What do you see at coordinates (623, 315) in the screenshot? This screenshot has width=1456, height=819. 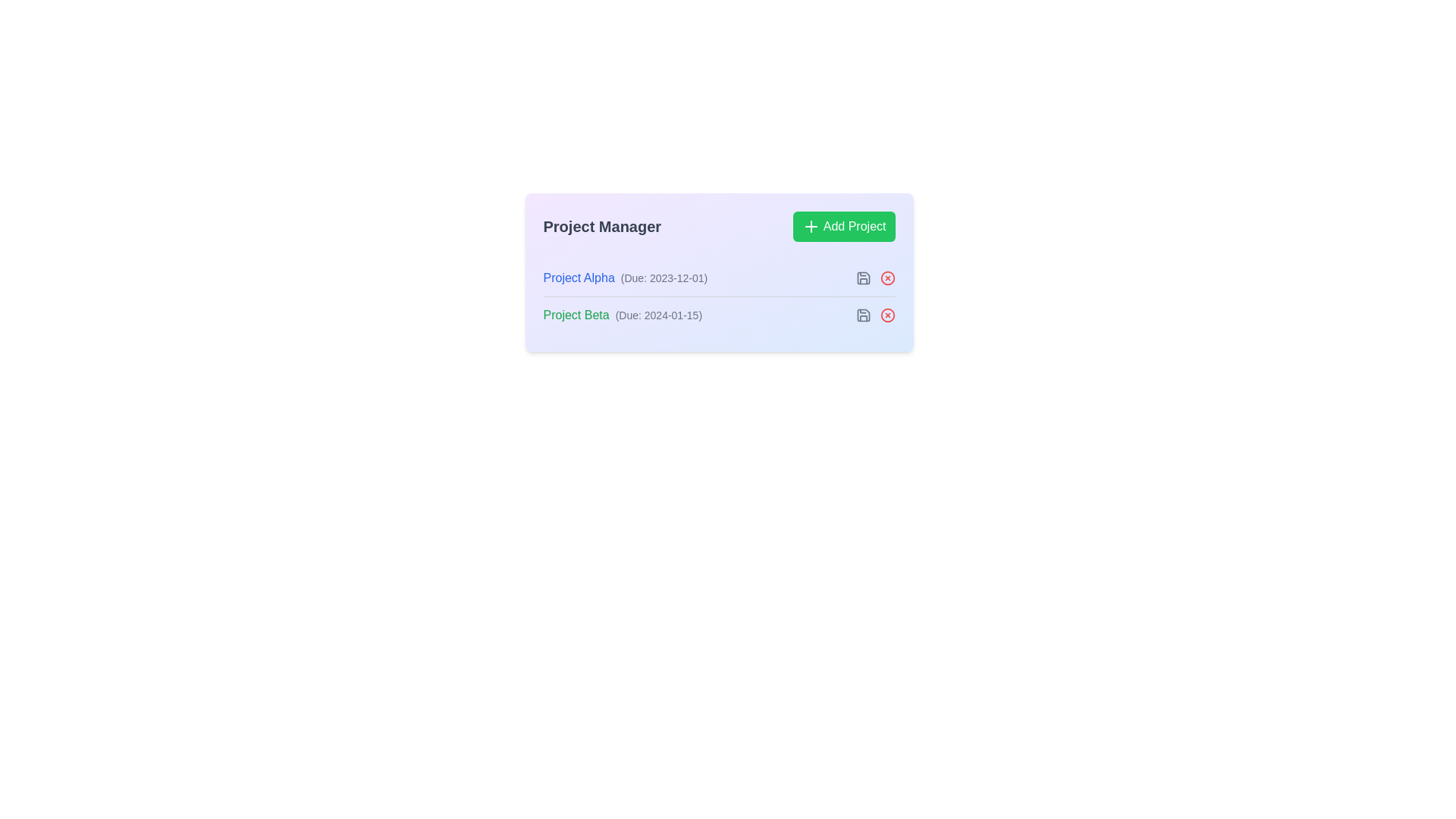 I see `the Text label conveying the name and deadline of the project located in the second row under the 'Project Manager' section, to the left of its sibling action icons beneath 'Project Alpha'` at bounding box center [623, 315].